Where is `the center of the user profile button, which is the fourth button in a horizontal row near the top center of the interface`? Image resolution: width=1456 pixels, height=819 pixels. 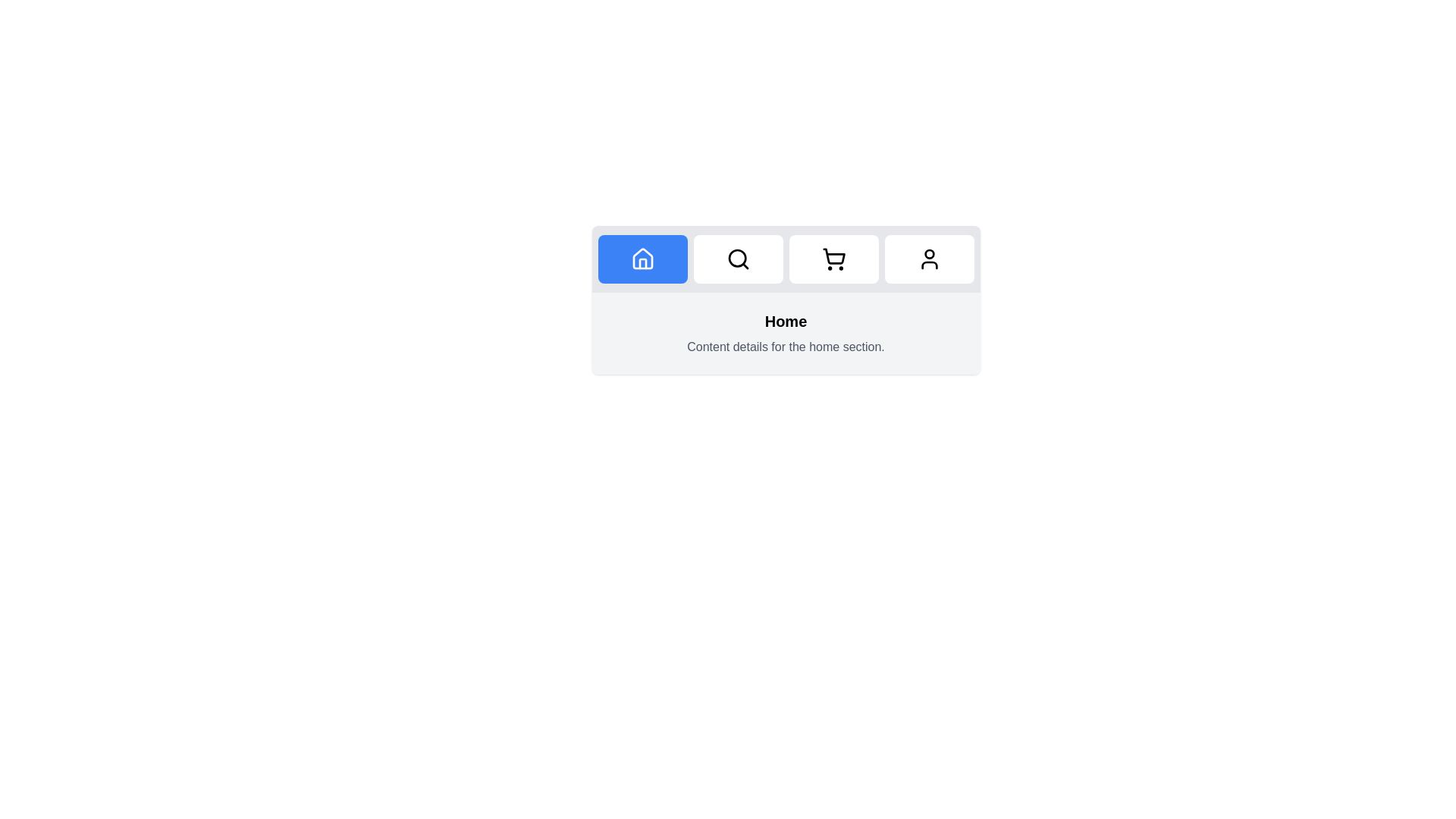 the center of the user profile button, which is the fourth button in a horizontal row near the top center of the interface is located at coordinates (928, 259).